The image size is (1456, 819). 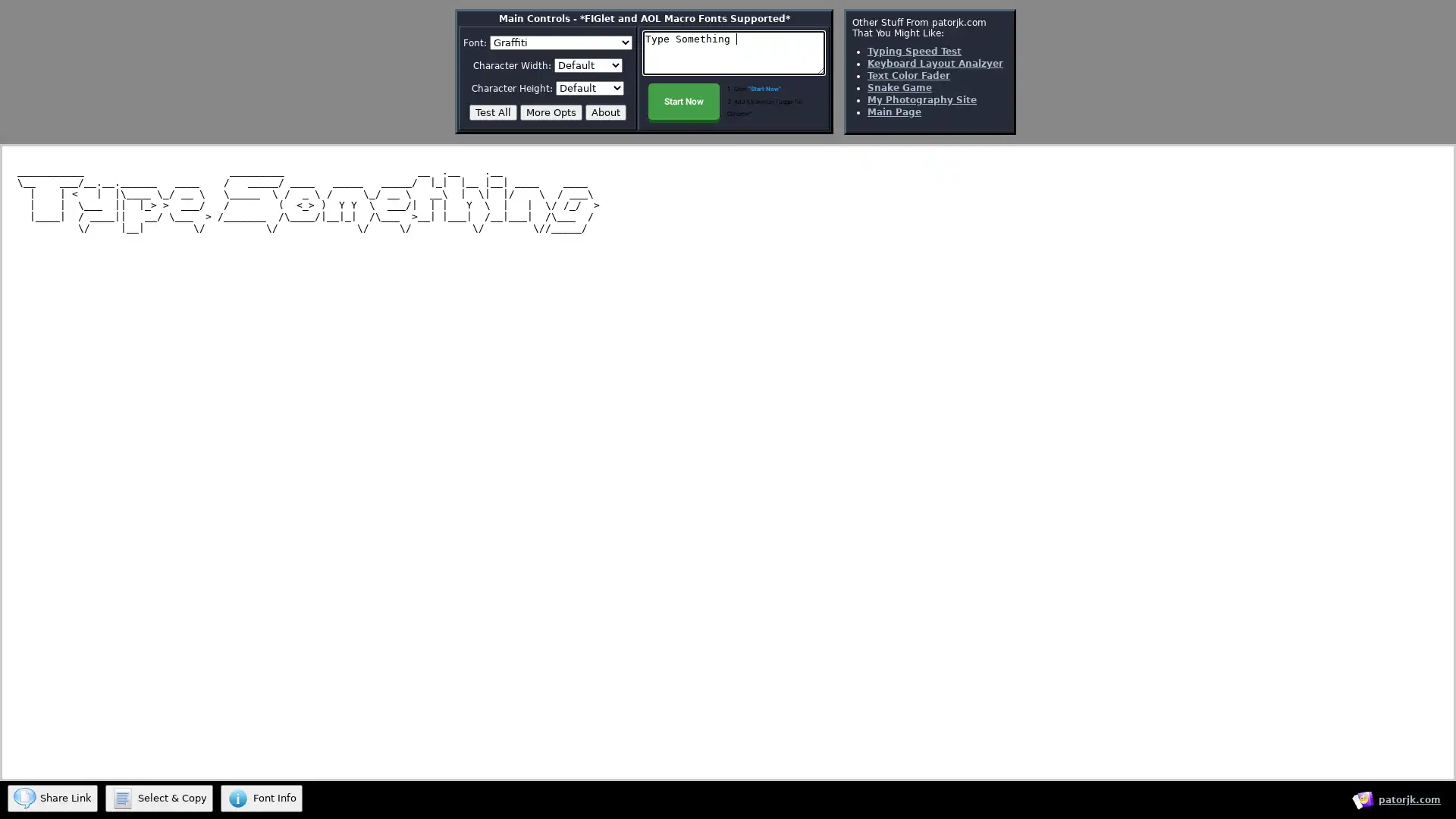 What do you see at coordinates (604, 111) in the screenshot?
I see `About` at bounding box center [604, 111].